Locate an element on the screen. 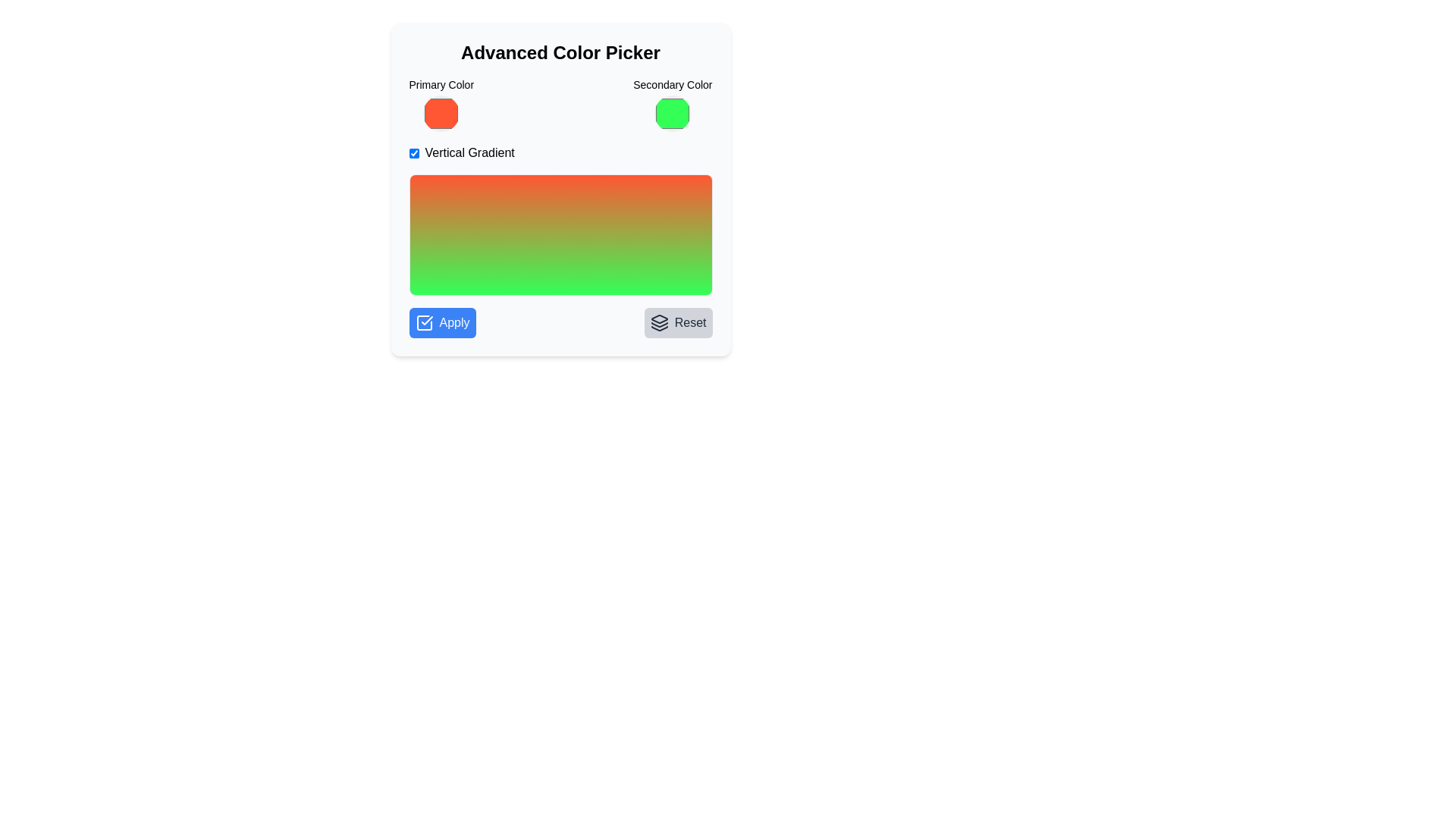 Image resolution: width=1456 pixels, height=819 pixels. the circular red button located beneath the 'Primary Color' text is located at coordinates (441, 113).